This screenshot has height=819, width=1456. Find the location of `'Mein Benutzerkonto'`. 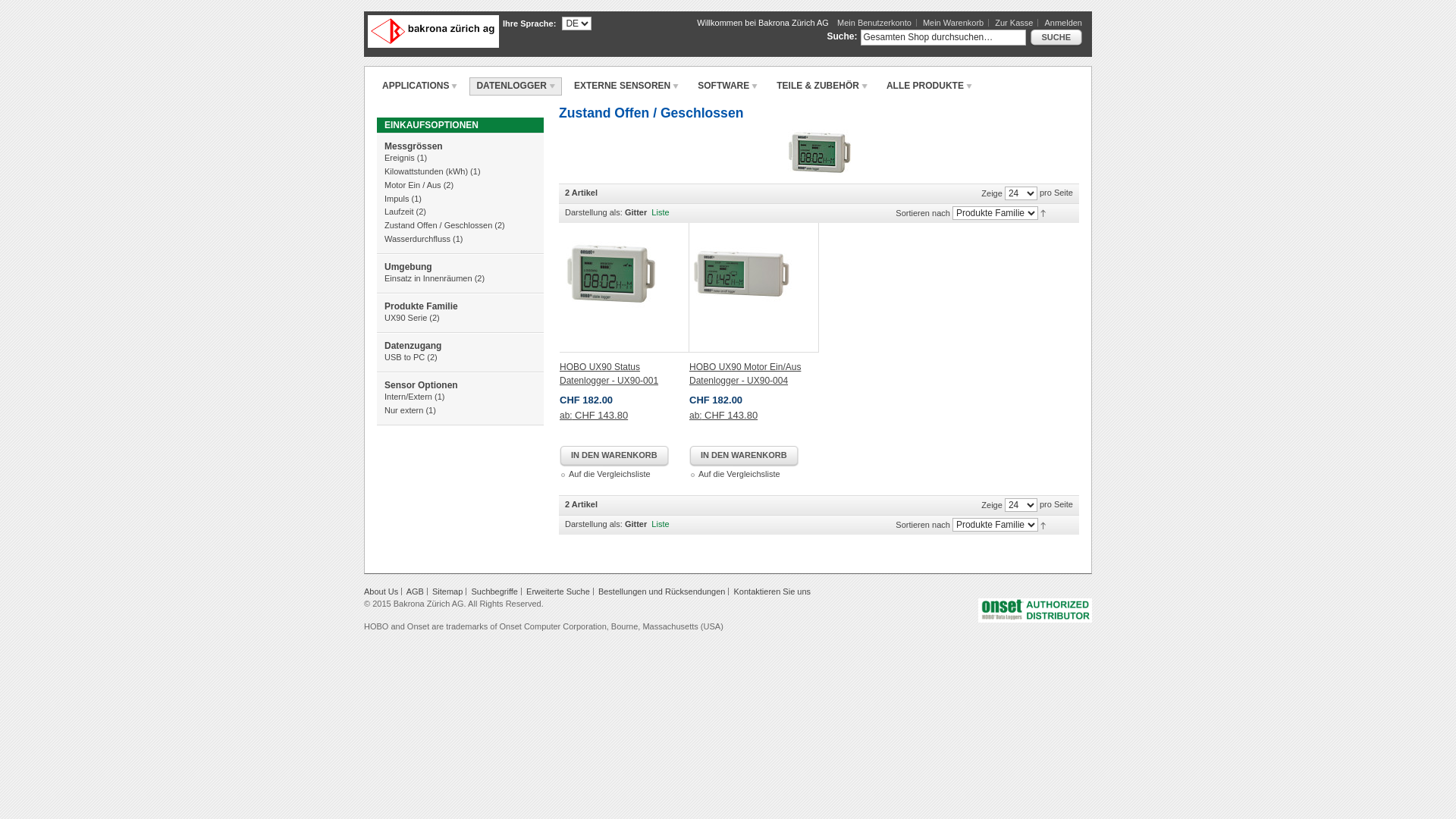

'Mein Benutzerkonto' is located at coordinates (836, 23).